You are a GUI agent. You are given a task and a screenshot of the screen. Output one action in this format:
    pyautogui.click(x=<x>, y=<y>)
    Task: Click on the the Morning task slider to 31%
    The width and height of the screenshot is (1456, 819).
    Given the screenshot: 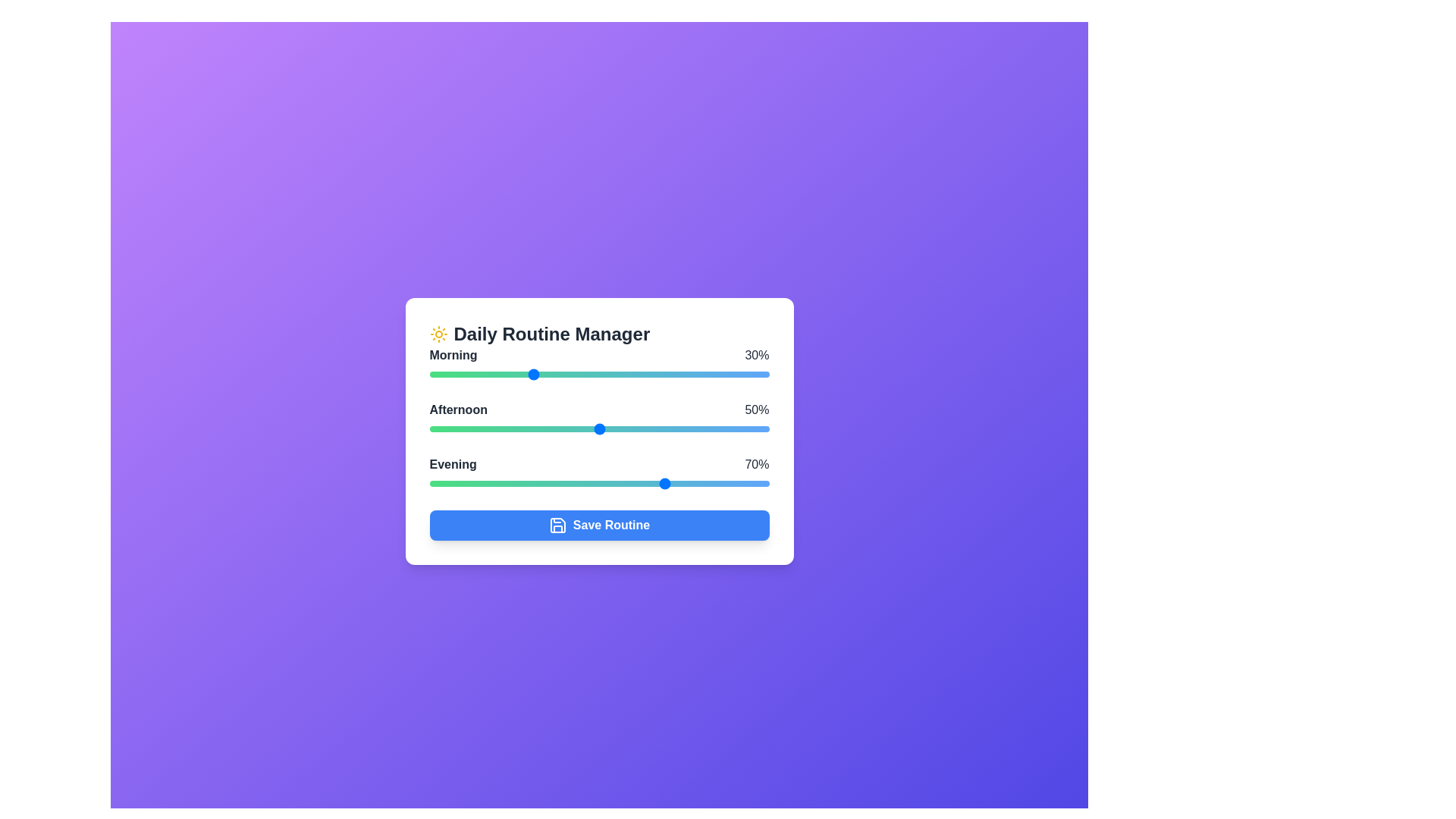 What is the action you would take?
    pyautogui.click(x=535, y=374)
    